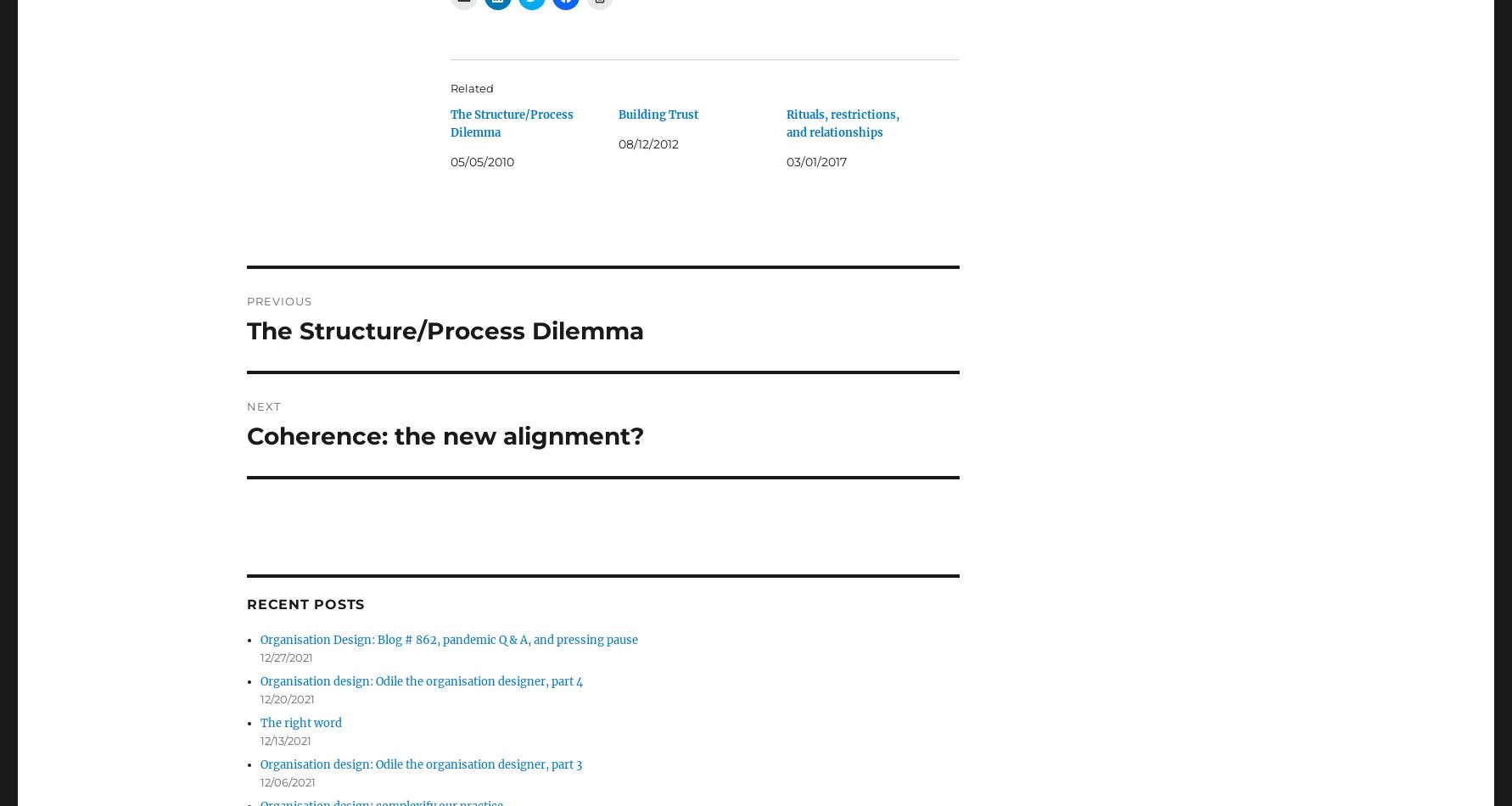  I want to click on 'Organisation design: Odile the organisation designer, part 3', so click(420, 764).